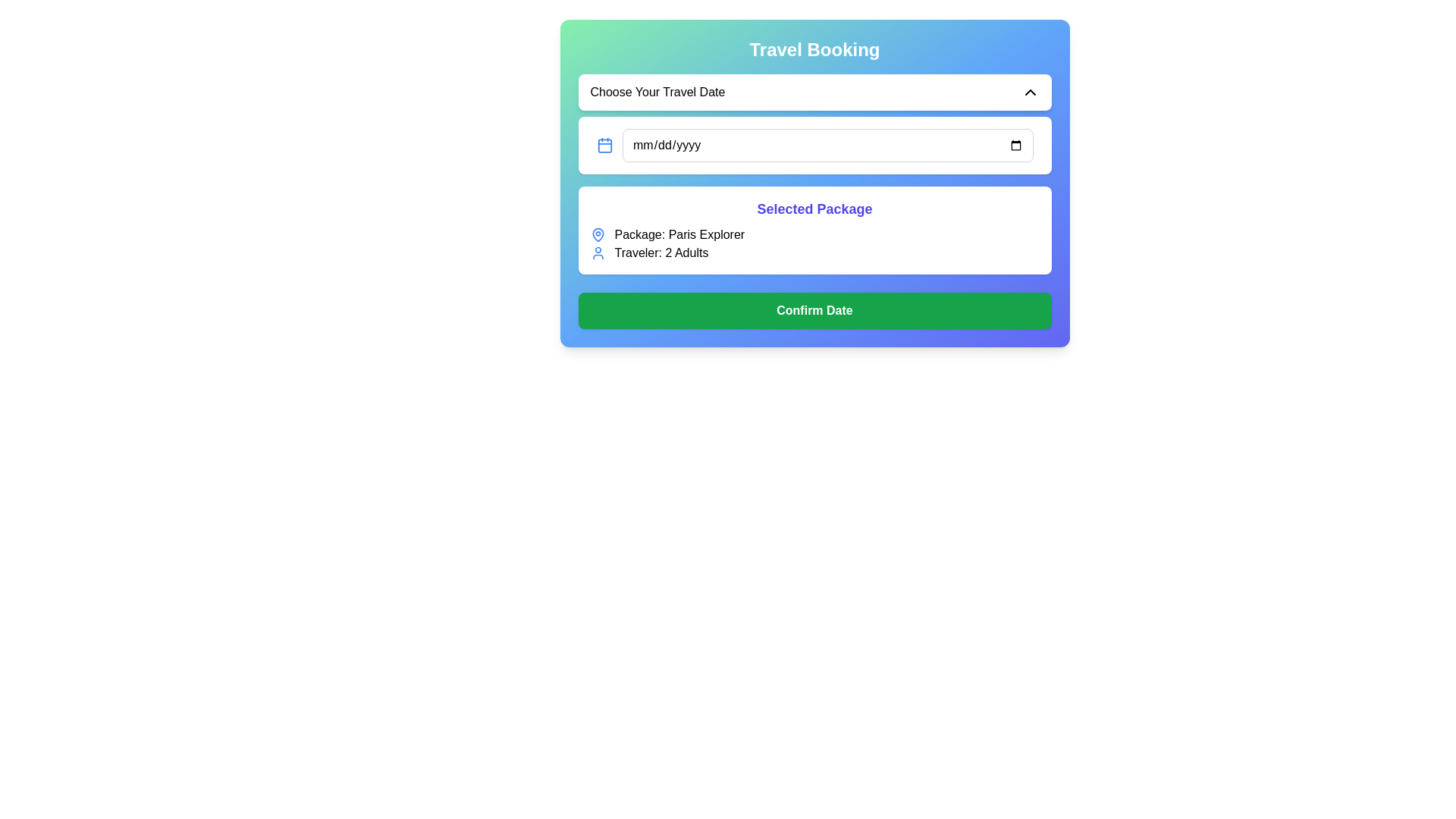  I want to click on the static text label displaying 'Traveler: 2 Adults', which is located in the 'Selected Package' section of the travel booking interface, so click(661, 253).